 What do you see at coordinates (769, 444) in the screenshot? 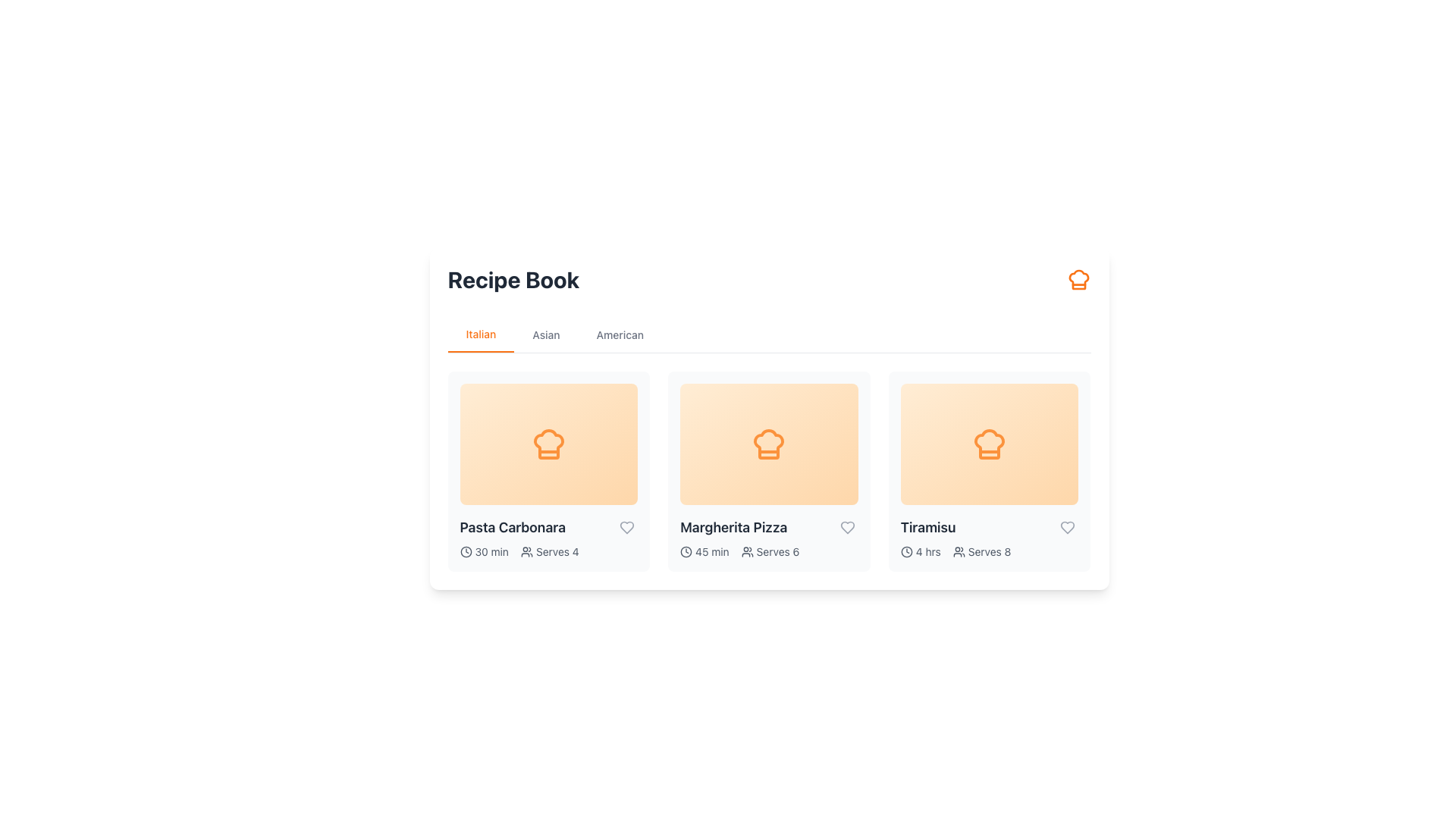
I see `the visual card with a gradient orange background and a chef's hat icon, located in the second position of the recipe cards under the 'Italian' tab` at bounding box center [769, 444].